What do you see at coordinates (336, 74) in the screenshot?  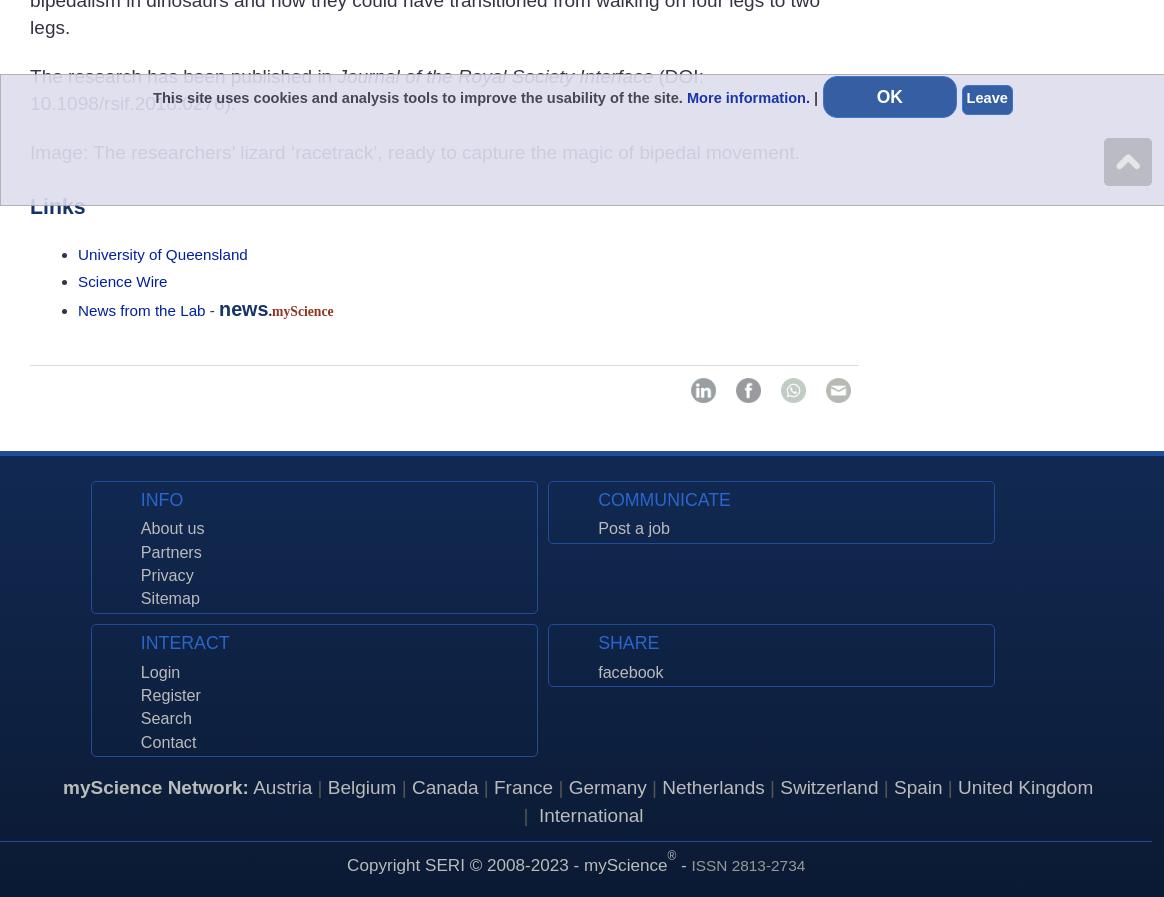 I see `'Journal of the Royal Society Interface'` at bounding box center [336, 74].